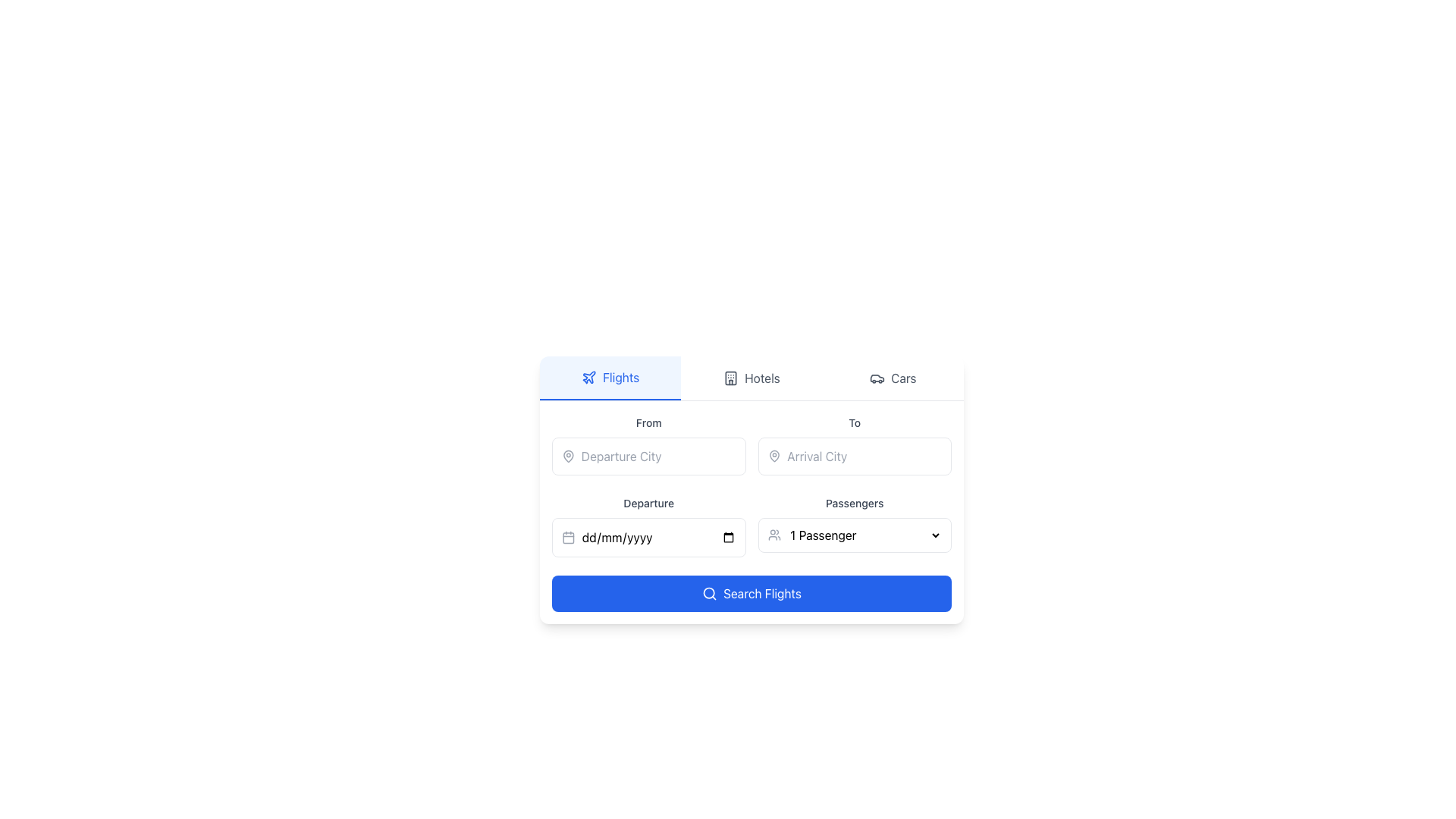  I want to click on the hotel icon located to the left of the 'Hotels' text in the horizontal navigation bar, which features a rectangular base and small shapes suggesting windows, so click(731, 377).